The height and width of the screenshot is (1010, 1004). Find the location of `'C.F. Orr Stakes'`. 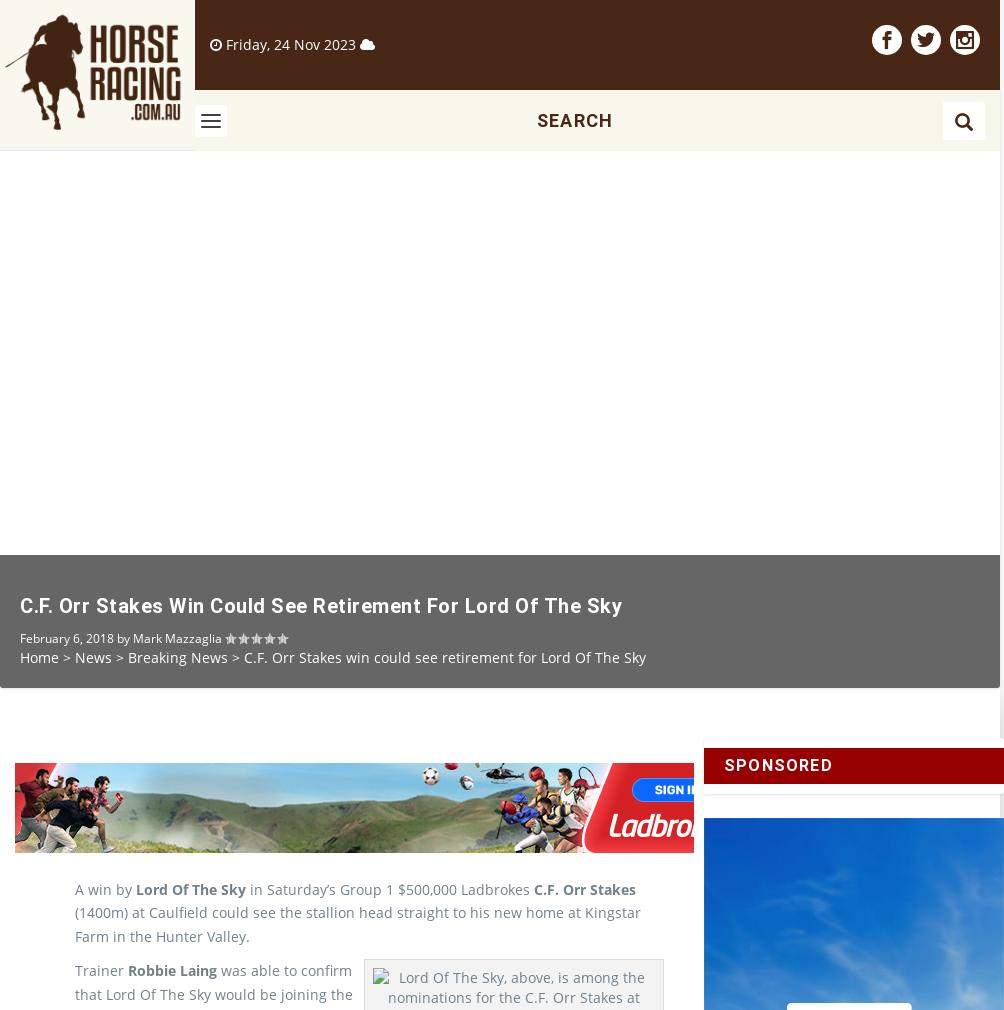

'C.F. Orr Stakes' is located at coordinates (585, 923).